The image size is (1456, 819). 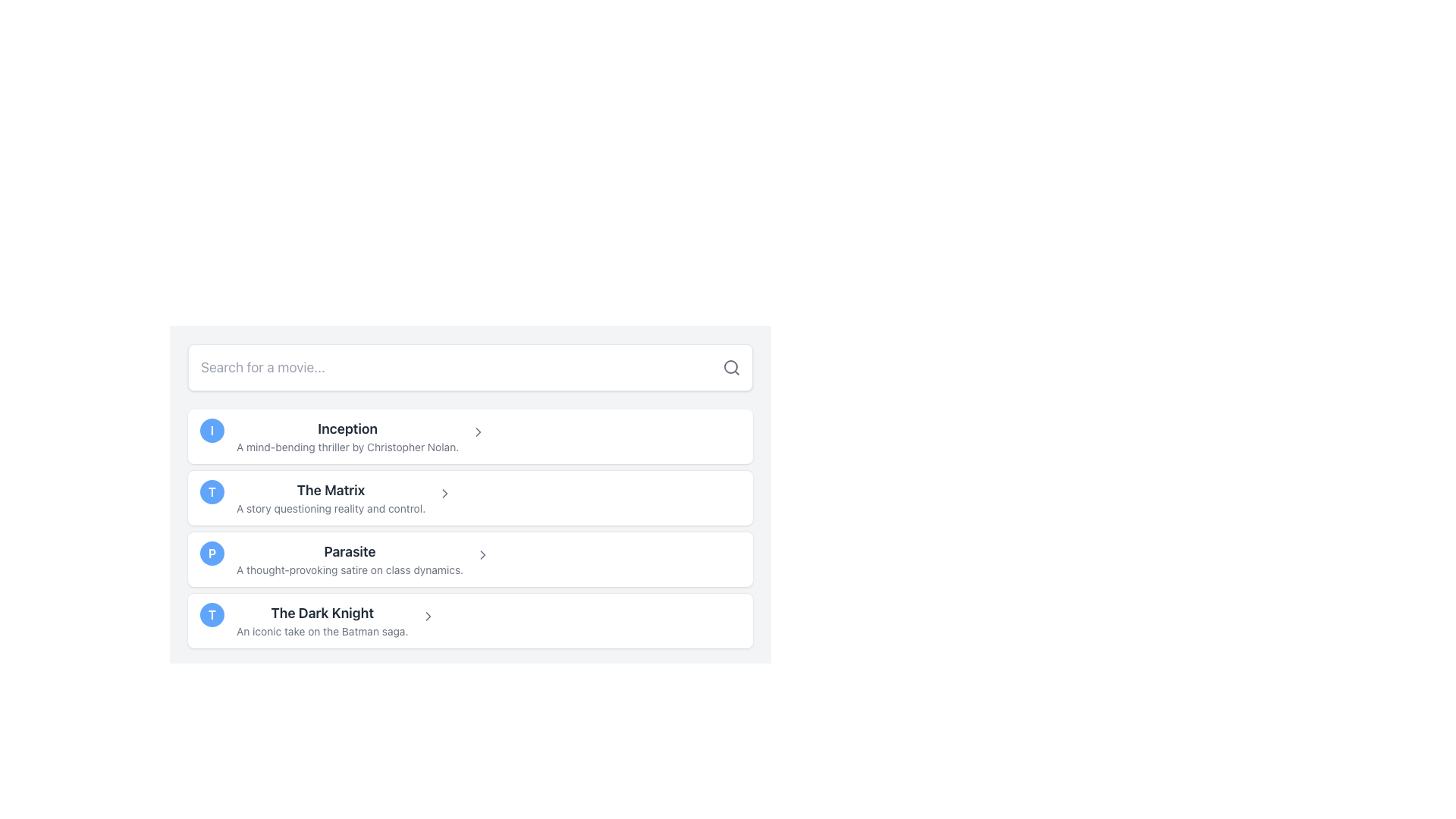 I want to click on the movie title in the third entry of the movie list, so click(x=322, y=620).